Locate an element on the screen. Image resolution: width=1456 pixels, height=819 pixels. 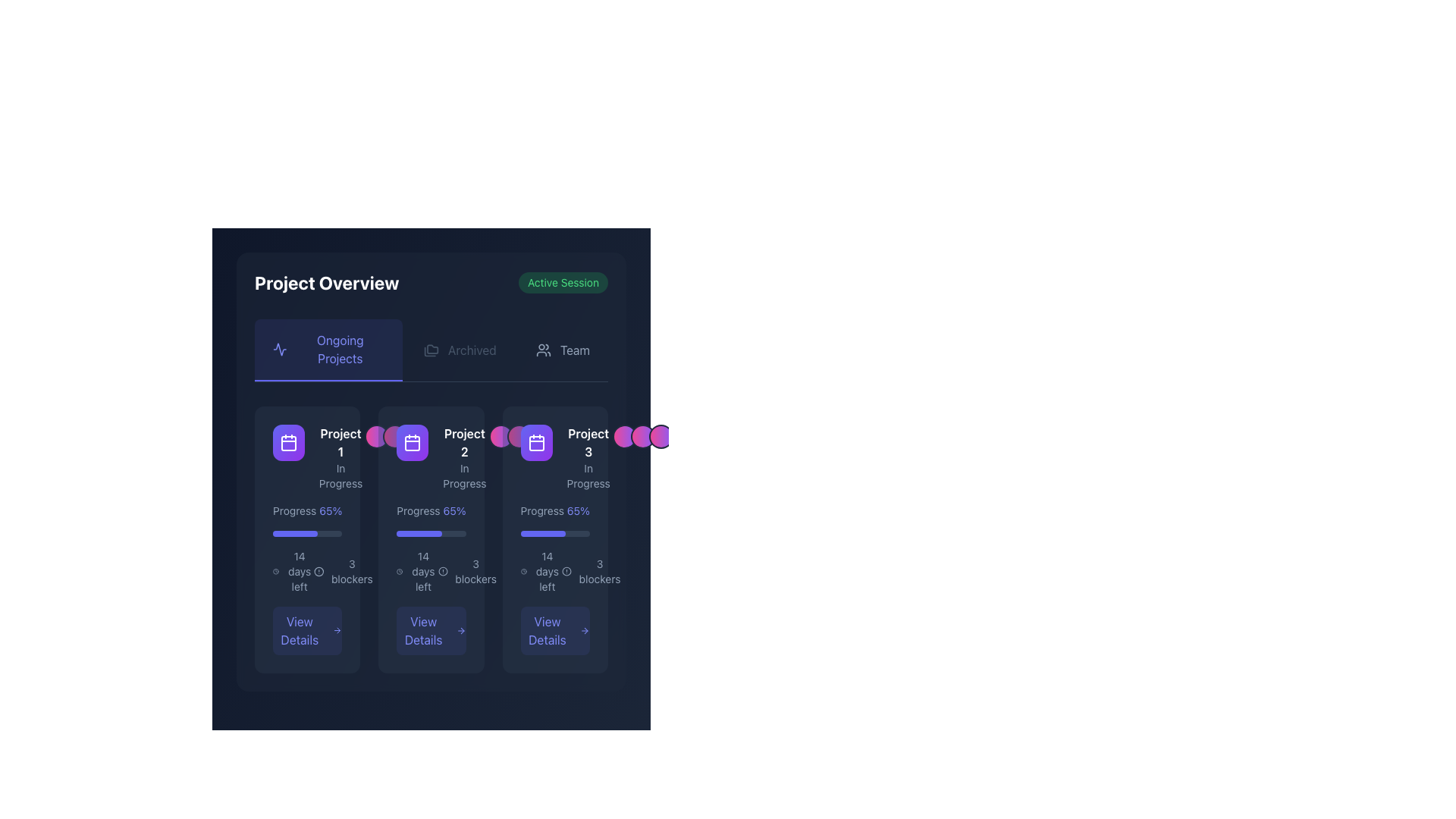
the calendar icon button representing date functionality for 'Project 3' located in the 'Ongoing Projects' section is located at coordinates (536, 442).